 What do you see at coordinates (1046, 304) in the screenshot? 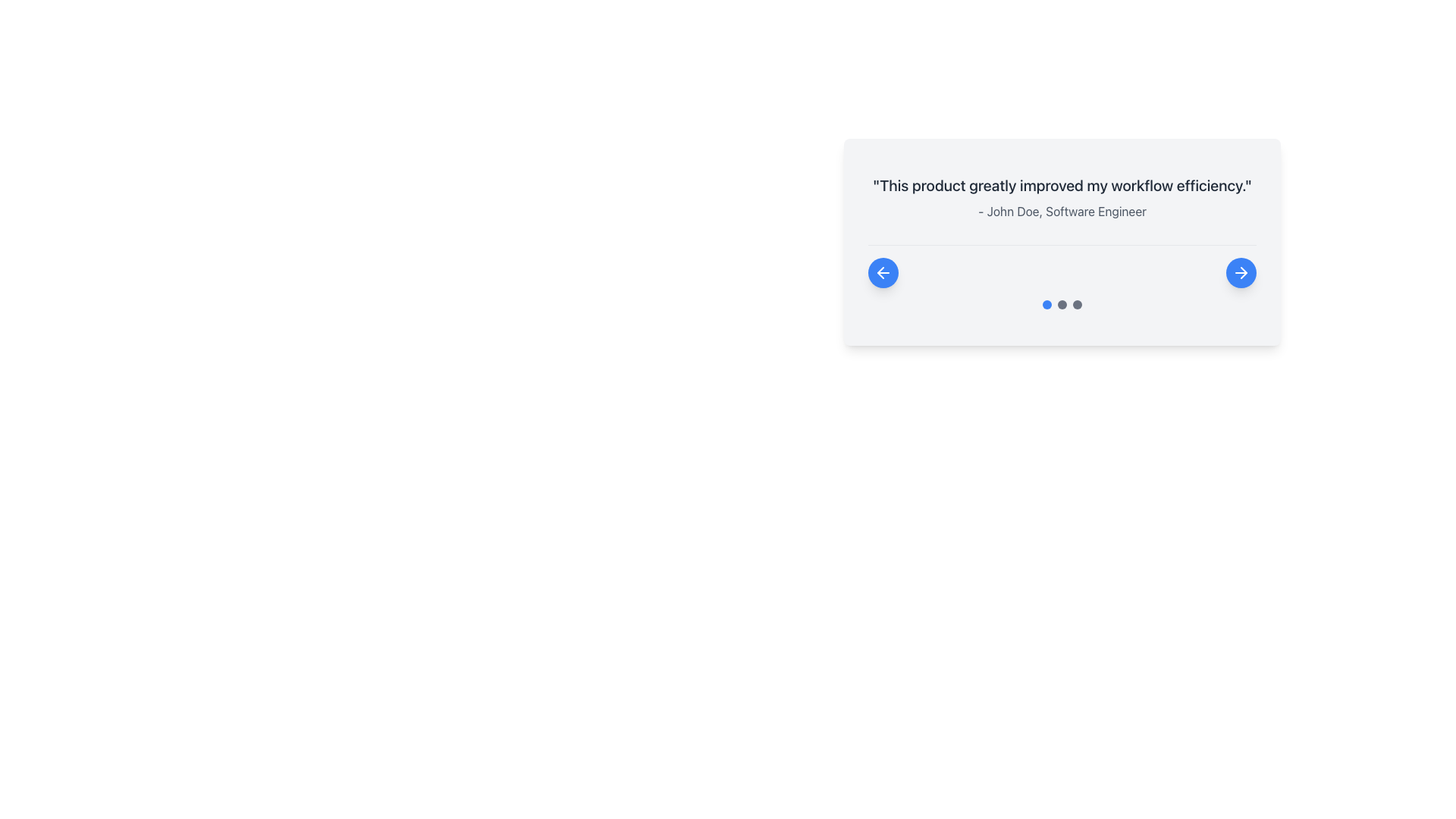
I see `the first blue circular indicator located at the bottom of the testimonial box` at bounding box center [1046, 304].